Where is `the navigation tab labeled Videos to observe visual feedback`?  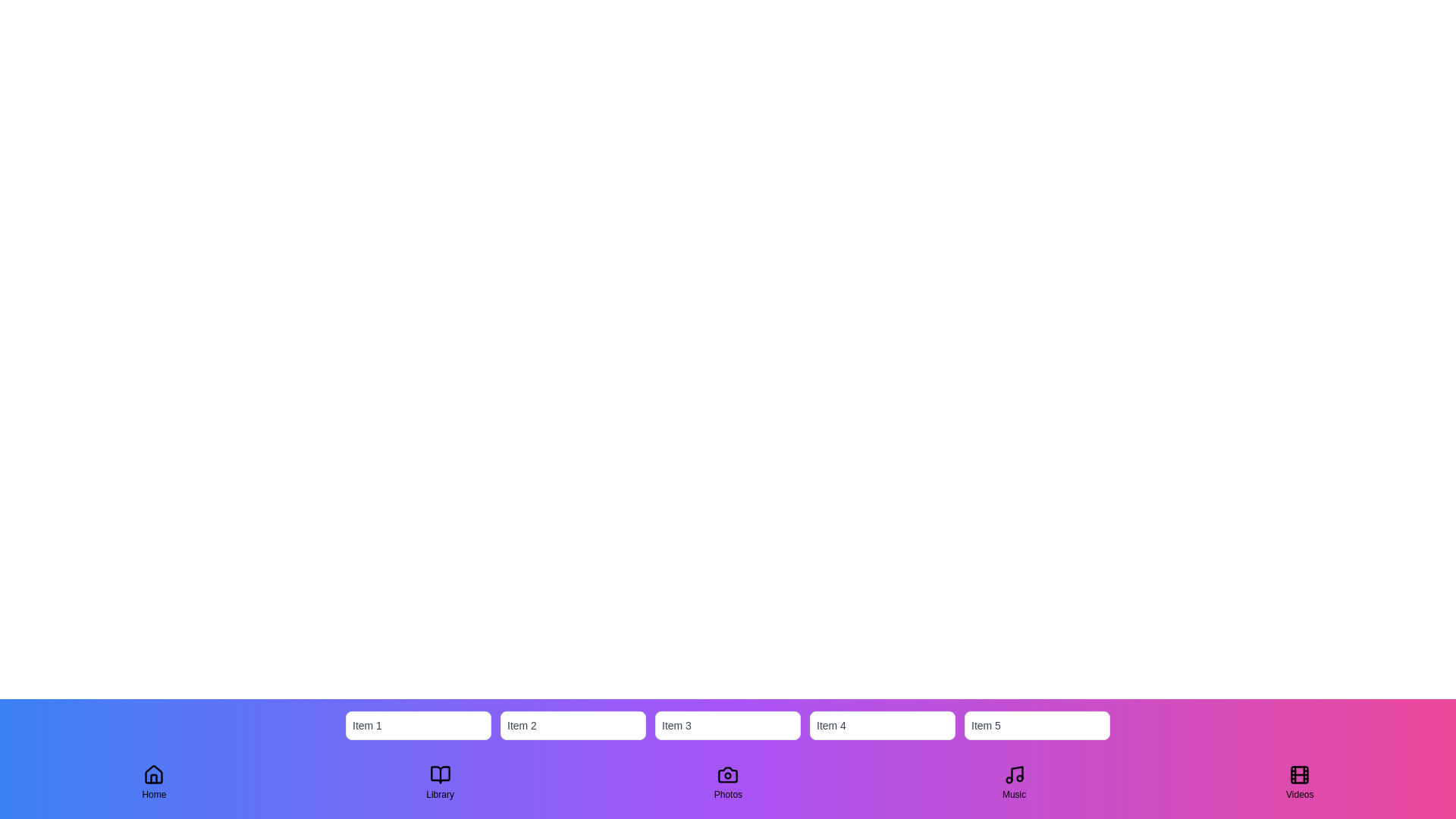 the navigation tab labeled Videos to observe visual feedback is located at coordinates (1299, 783).